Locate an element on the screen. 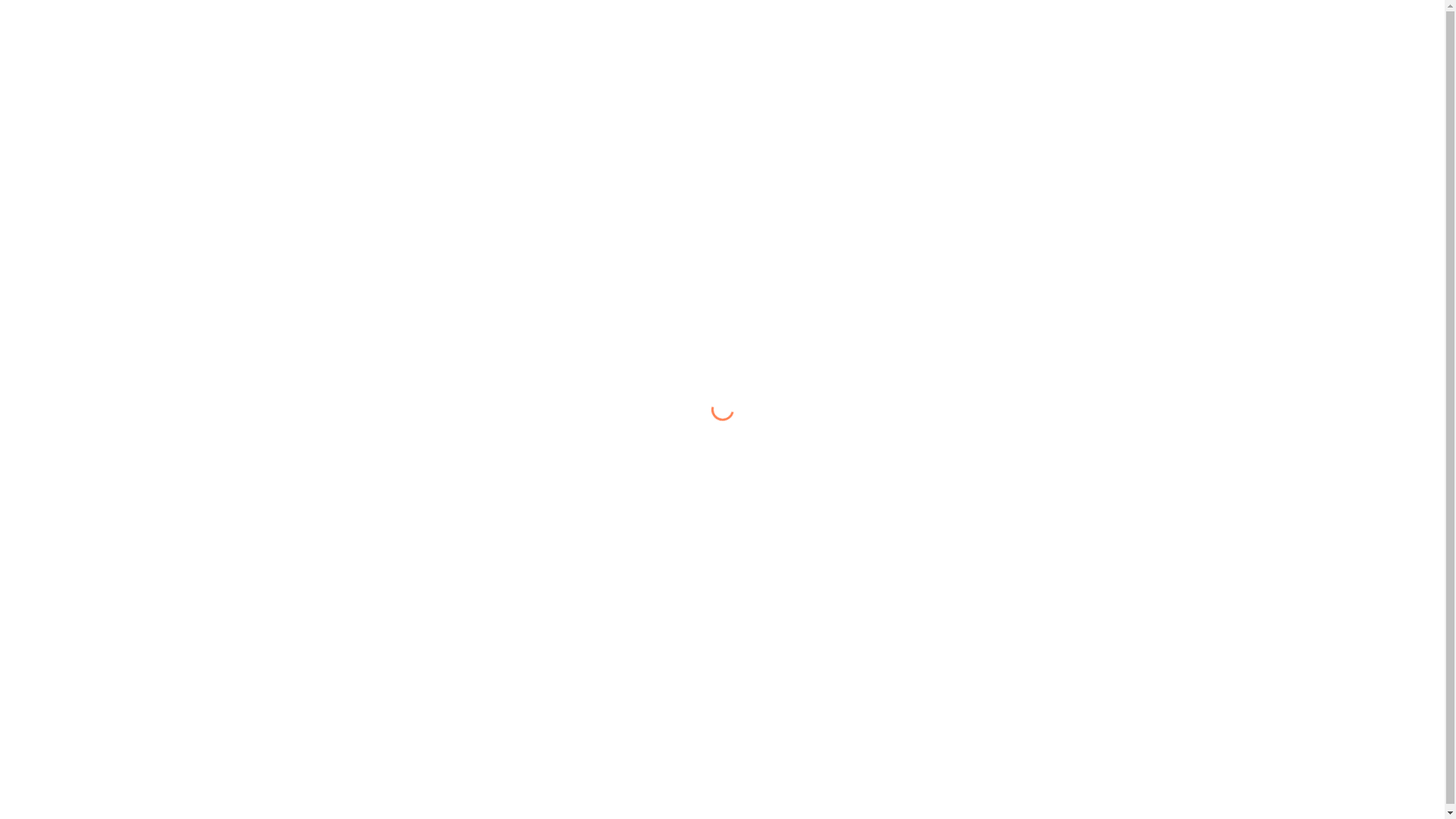 The width and height of the screenshot is (1456, 819). 'loading' is located at coordinates (717, 405).